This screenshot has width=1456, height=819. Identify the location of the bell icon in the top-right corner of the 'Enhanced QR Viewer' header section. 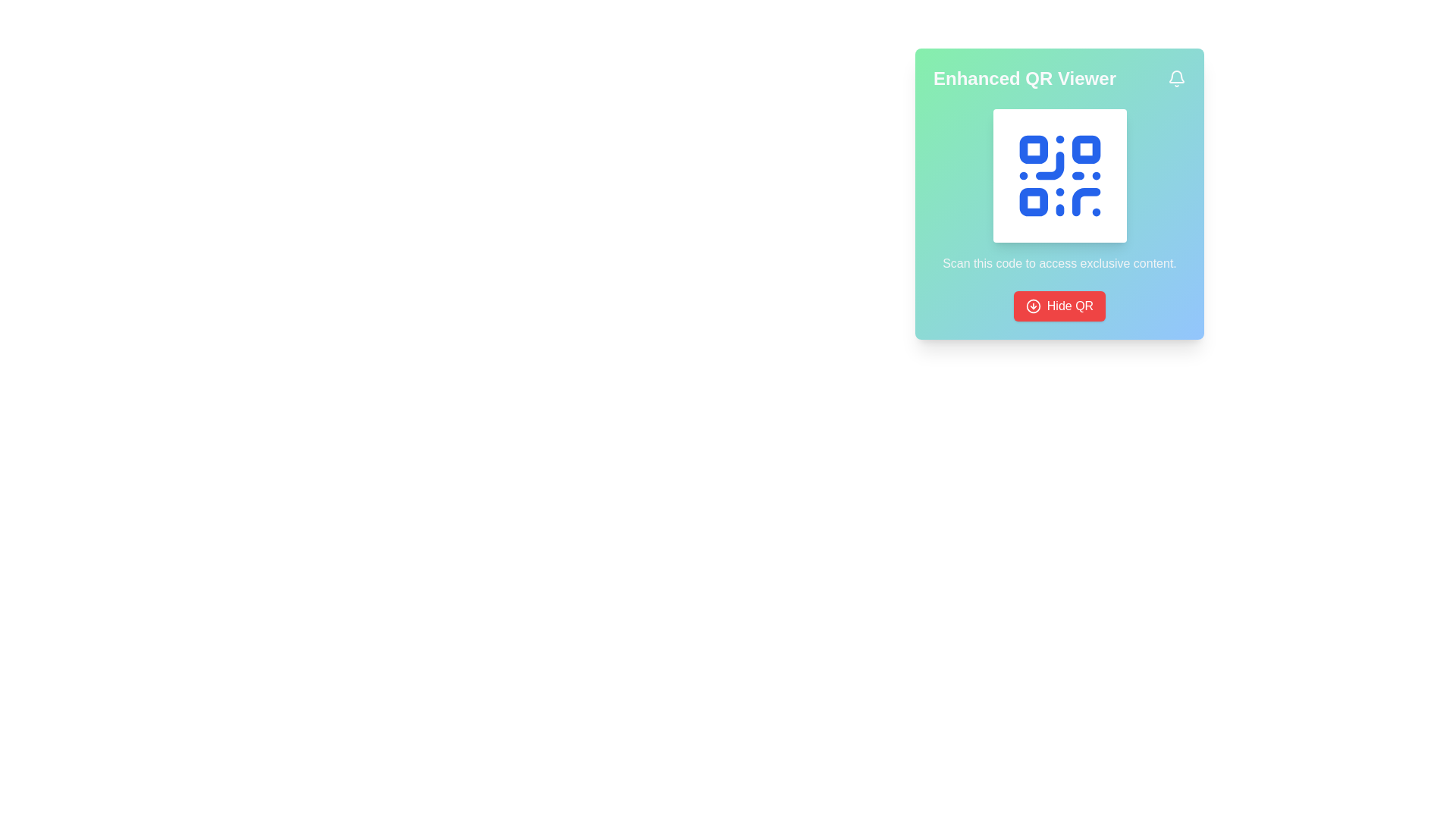
(1175, 79).